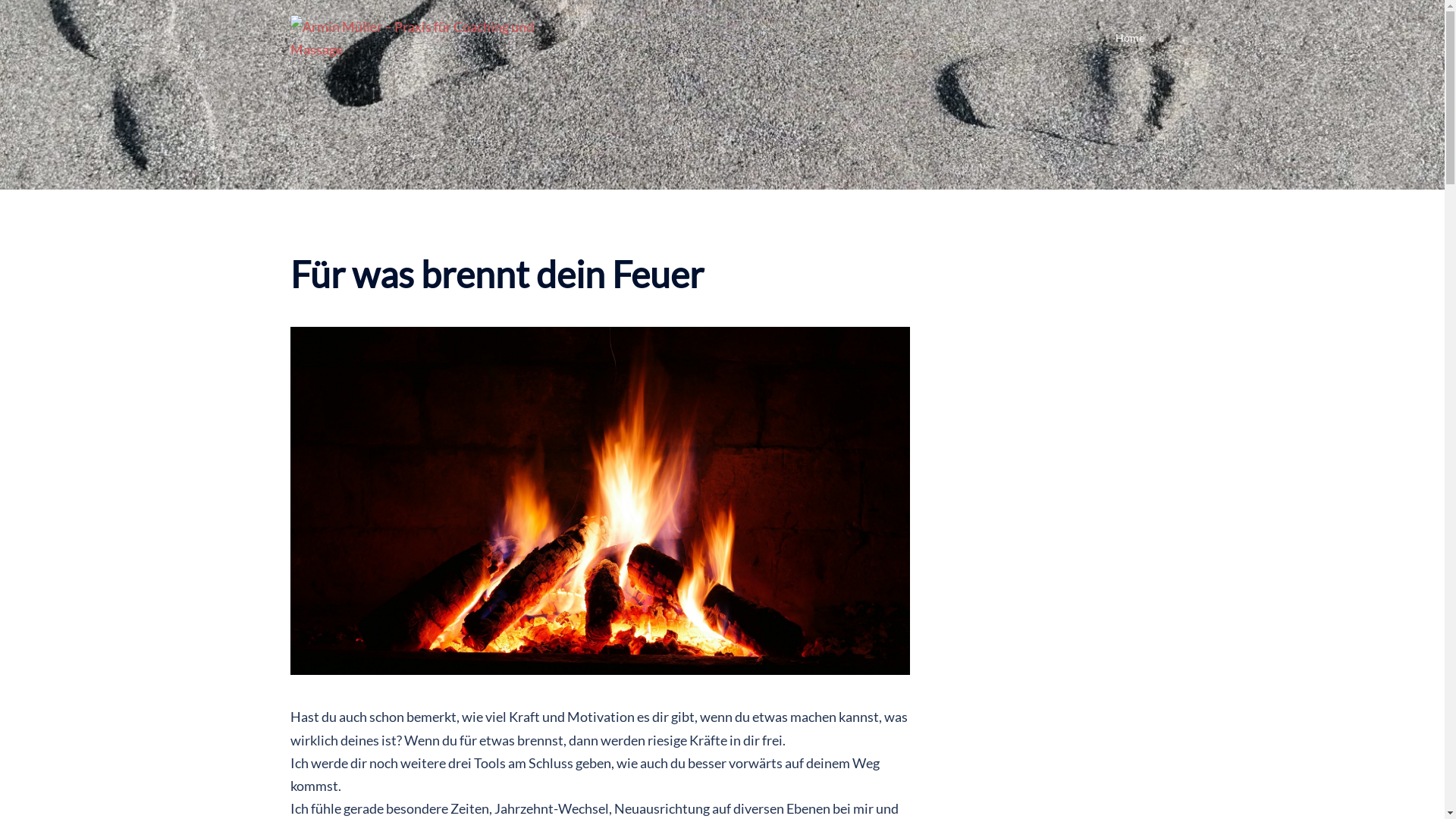 This screenshot has height=819, width=1456. I want to click on 'Home', so click(1114, 37).